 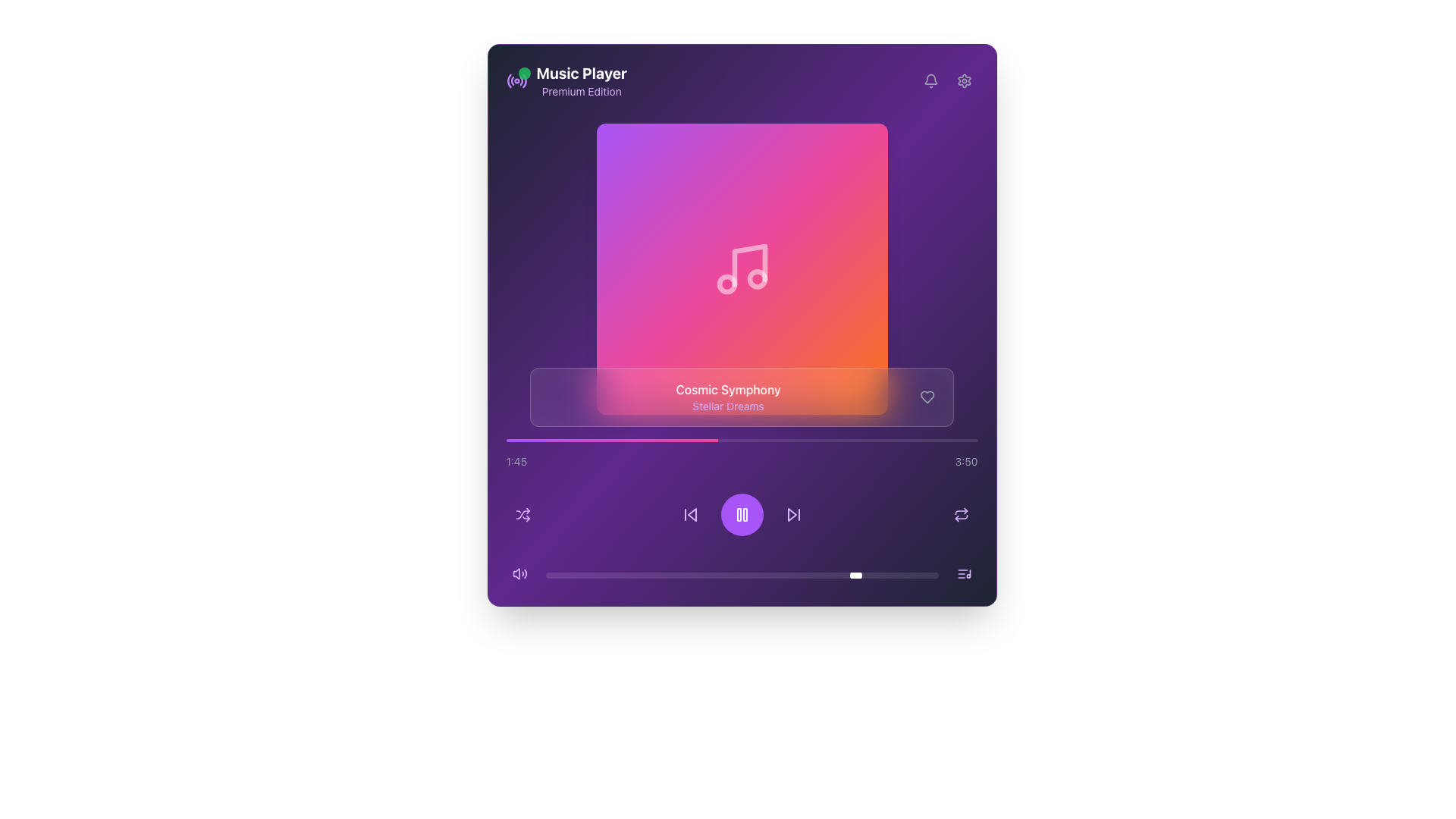 What do you see at coordinates (930, 81) in the screenshot?
I see `the rounded button with a bell-shaped icon against a purple background` at bounding box center [930, 81].